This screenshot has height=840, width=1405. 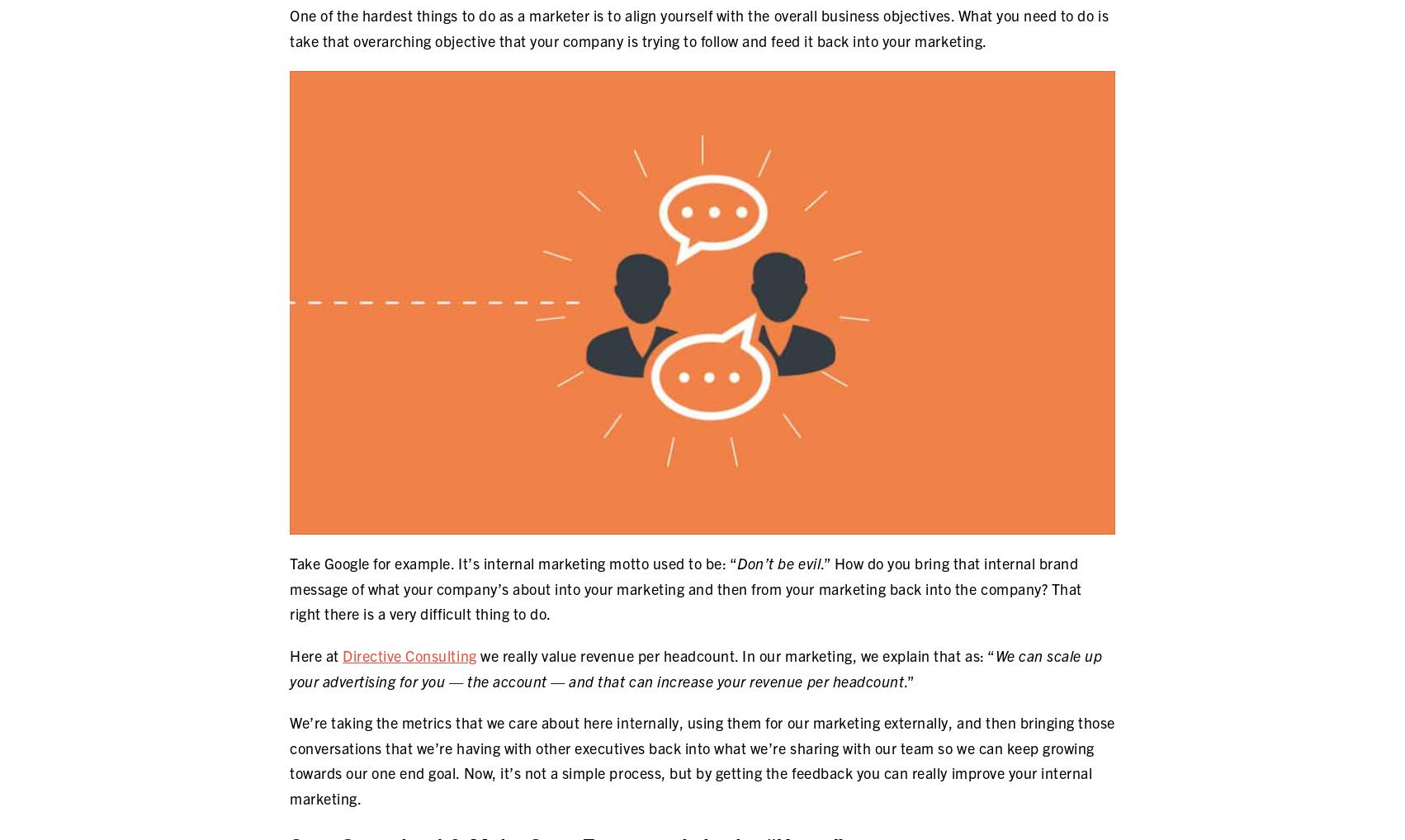 I want to click on 'Don’t be evil', so click(x=778, y=563).